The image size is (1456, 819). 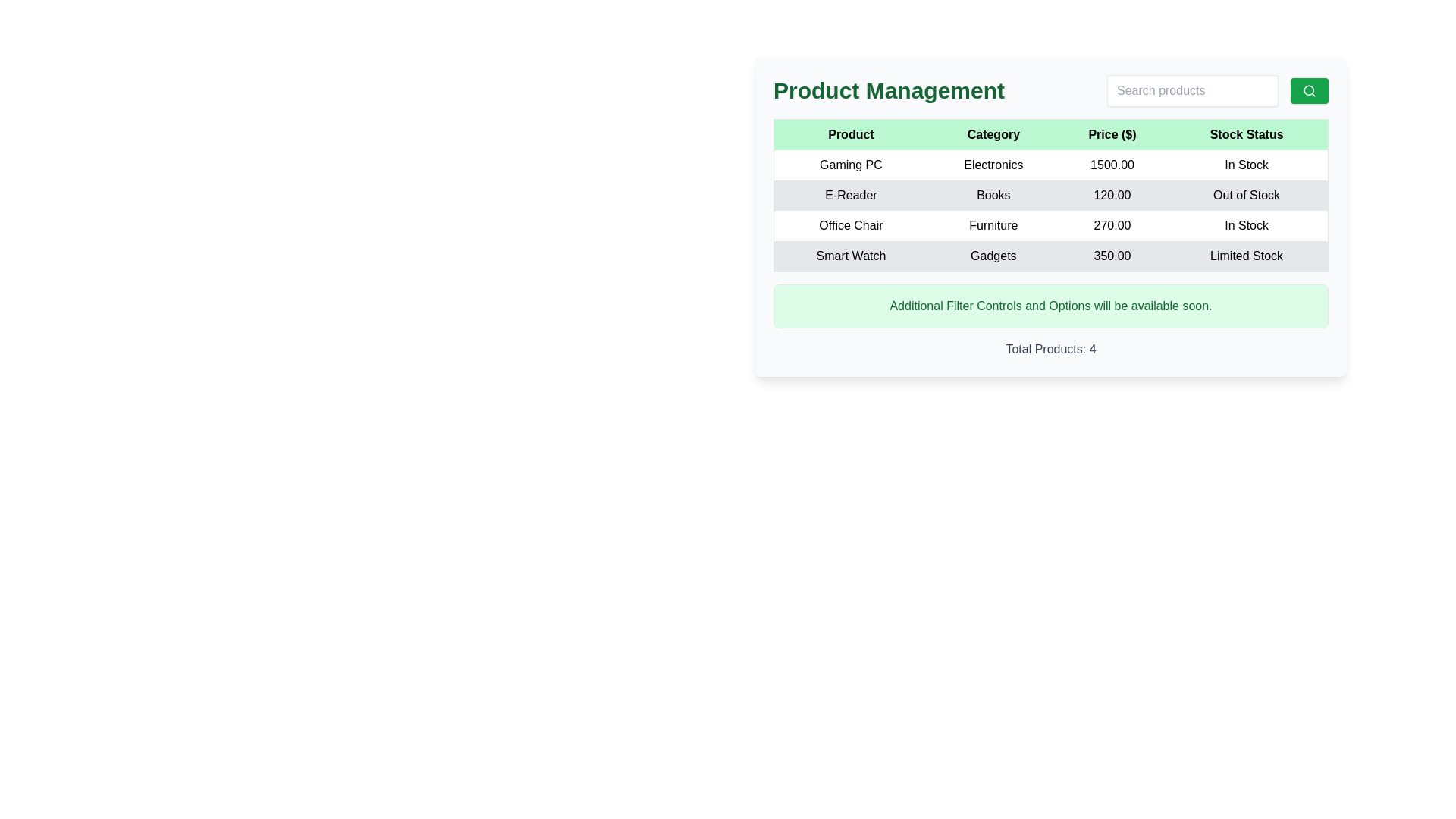 What do you see at coordinates (1112, 133) in the screenshot?
I see `the 'Price ($)' label, which is styled as bold text on a light green background and located as the third column header in a table layout` at bounding box center [1112, 133].